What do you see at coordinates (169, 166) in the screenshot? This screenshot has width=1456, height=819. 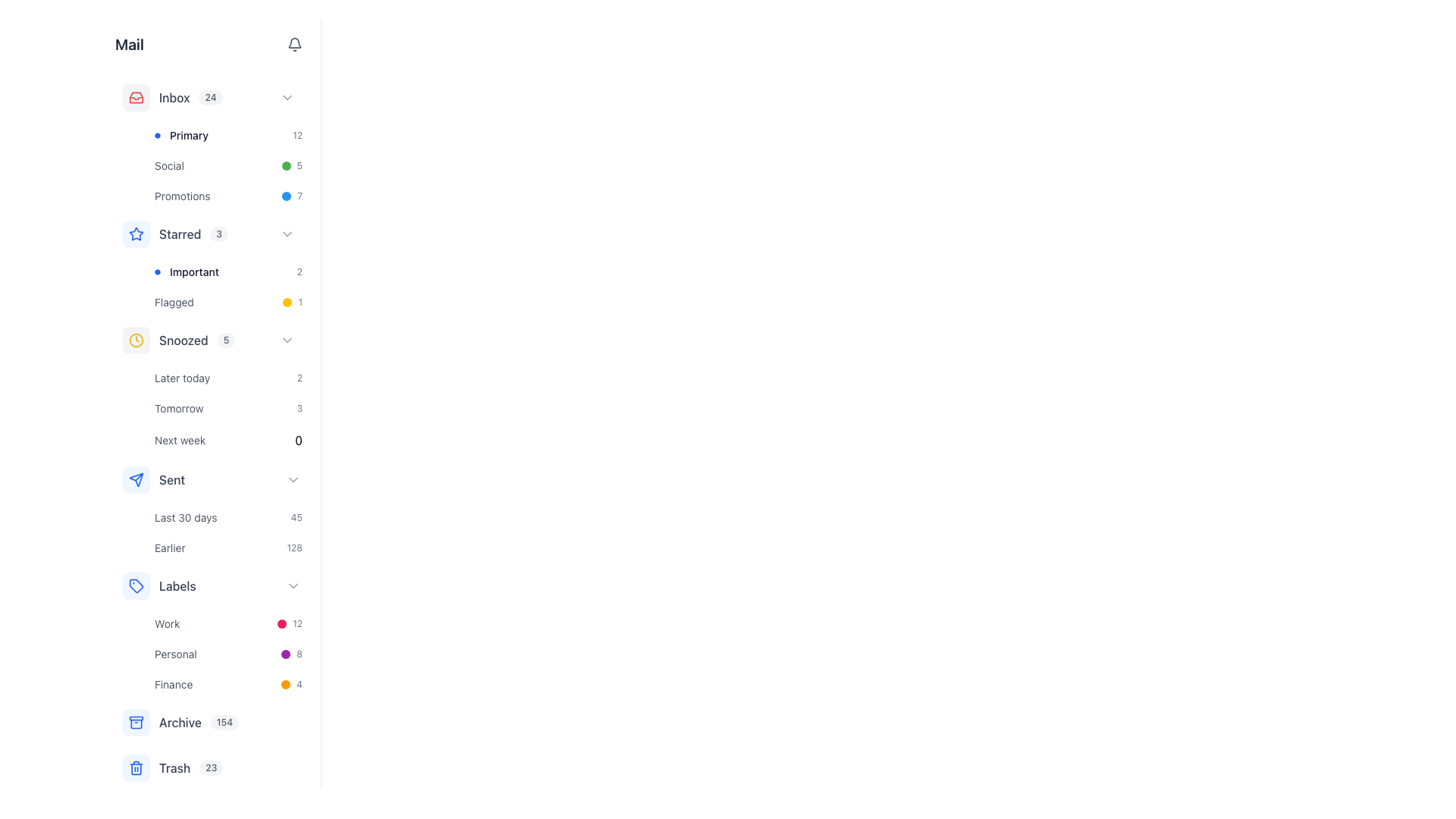 I see `the 'Social' text label located in the 'Inbox' section, between 'Primary' and 'Promotions'` at bounding box center [169, 166].